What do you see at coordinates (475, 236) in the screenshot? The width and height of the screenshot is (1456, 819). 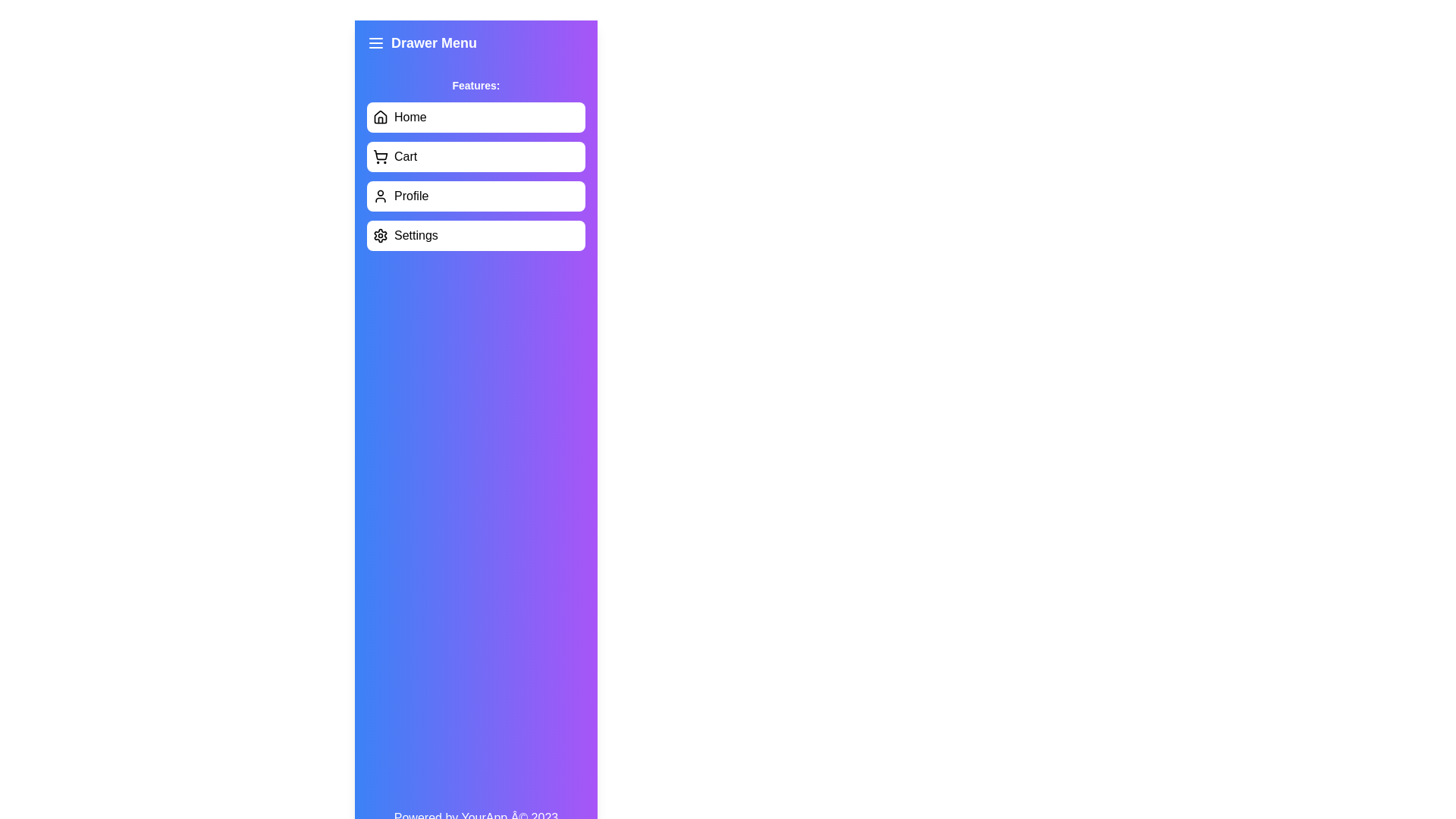 I see `the 'Settings' menu item in the navigation list to trigger the visual shadow effect` at bounding box center [475, 236].